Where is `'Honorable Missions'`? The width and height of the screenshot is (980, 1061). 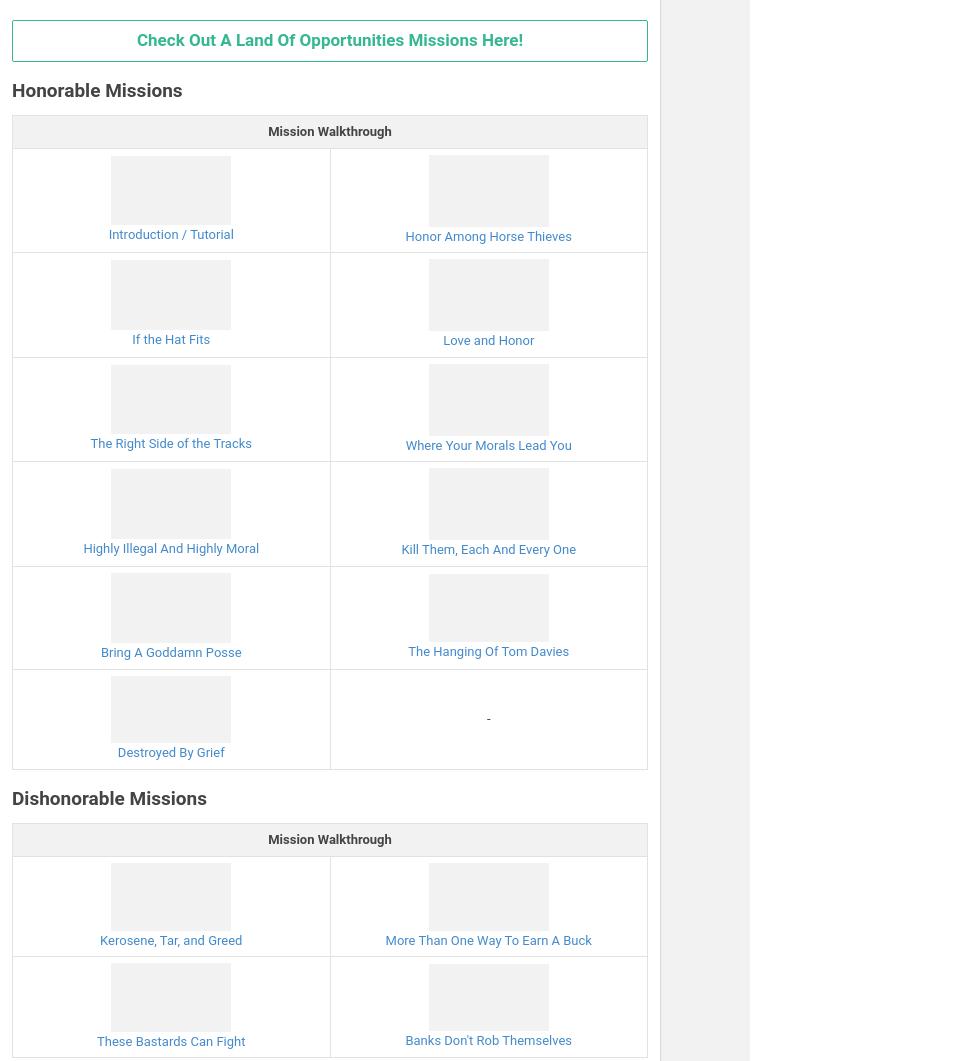
'Honorable Missions' is located at coordinates (97, 89).